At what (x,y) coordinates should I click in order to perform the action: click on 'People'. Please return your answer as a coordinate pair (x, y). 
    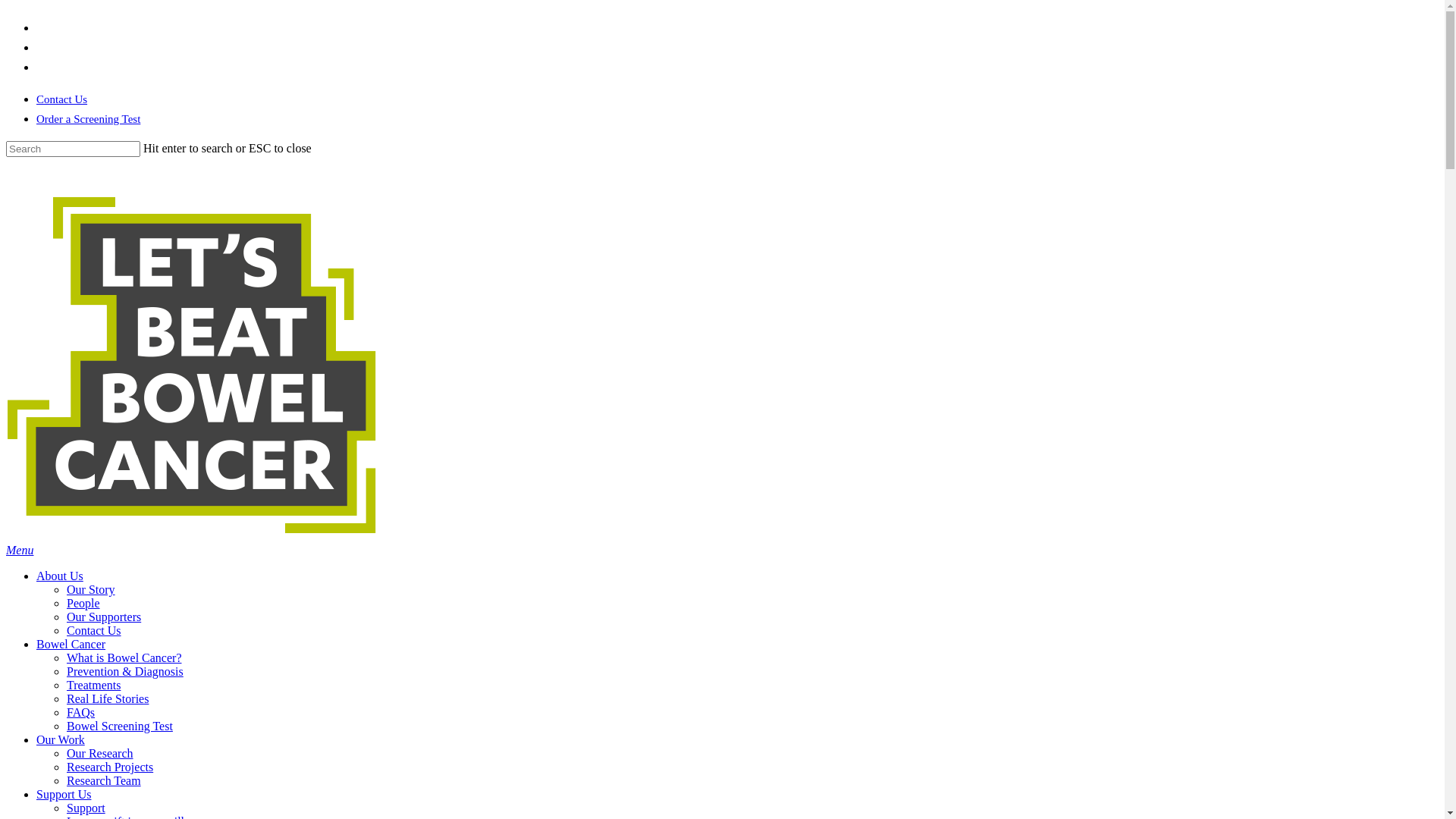
    Looking at the image, I should click on (65, 602).